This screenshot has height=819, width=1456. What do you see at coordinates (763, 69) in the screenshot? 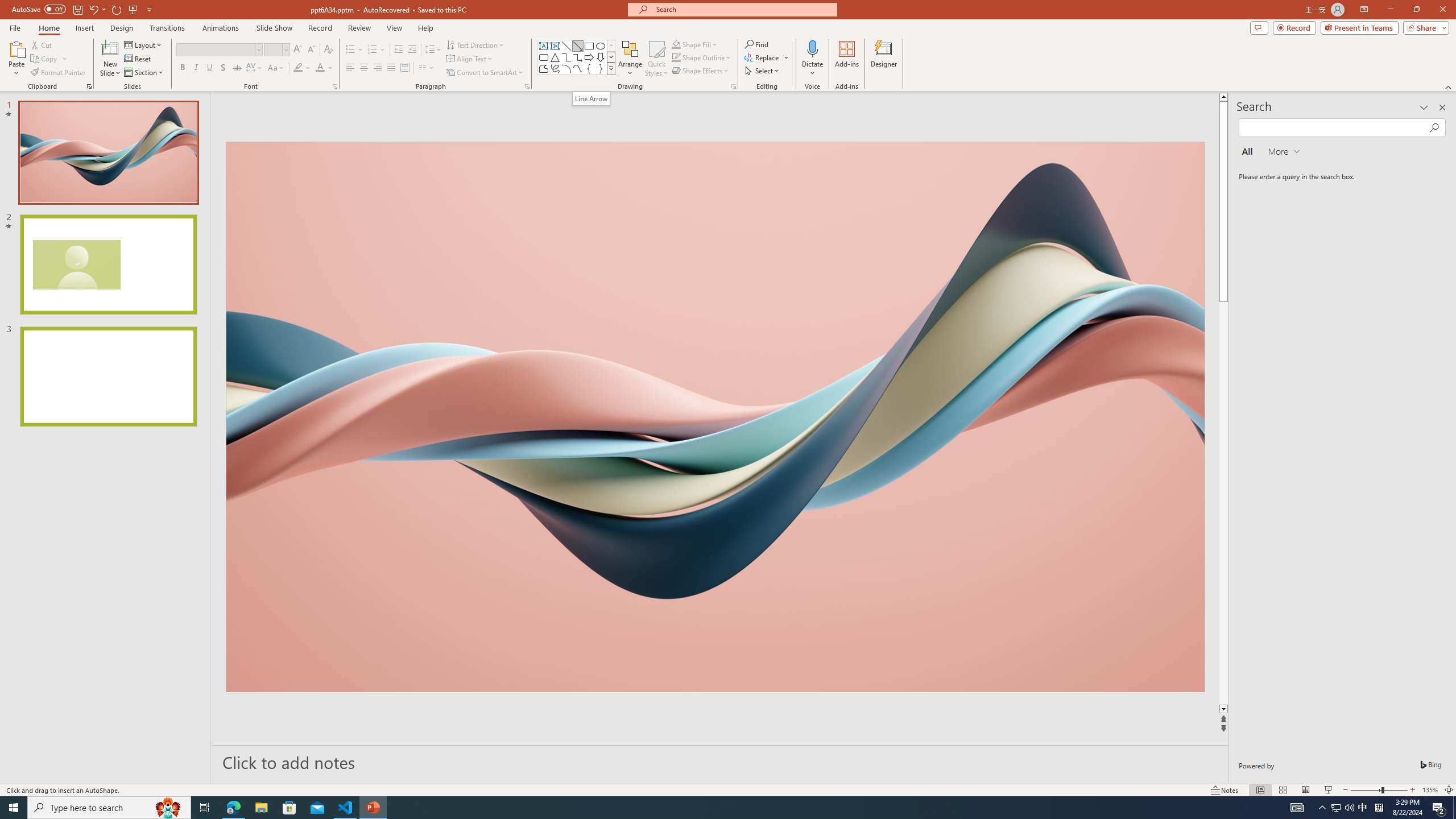
I see `'Select'` at bounding box center [763, 69].